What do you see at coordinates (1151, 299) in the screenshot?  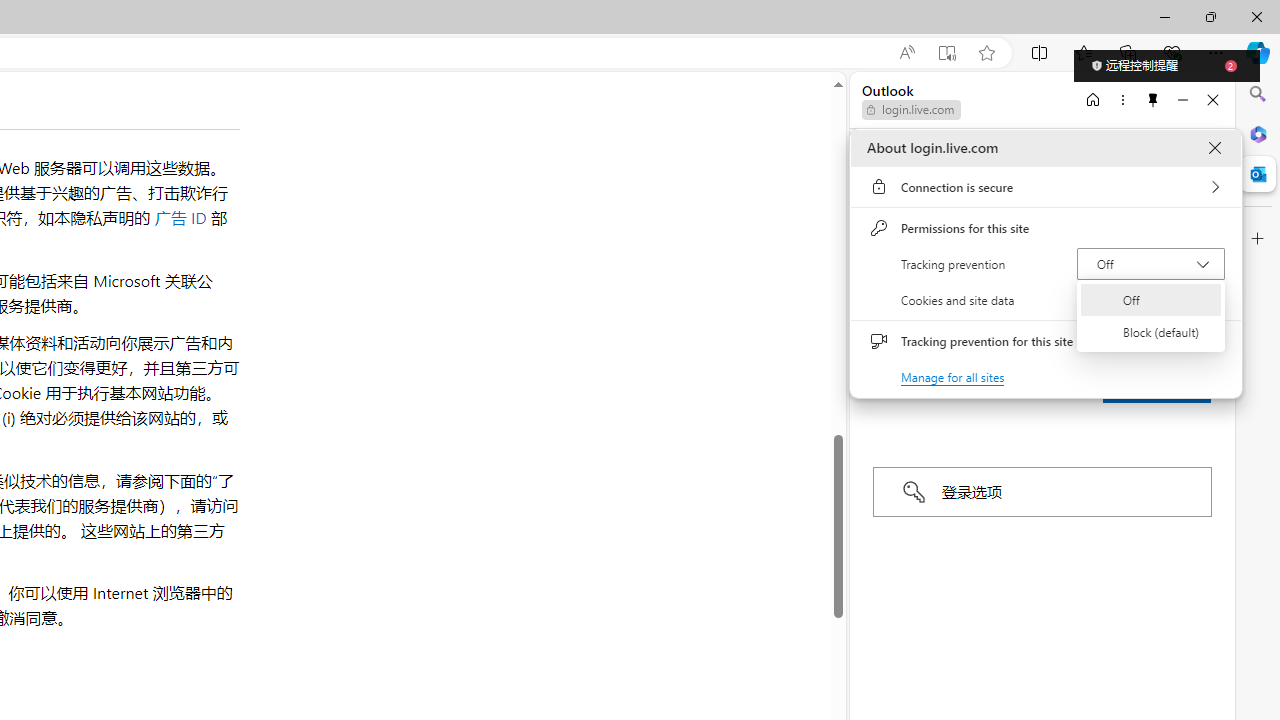 I see `'Off'` at bounding box center [1151, 299].